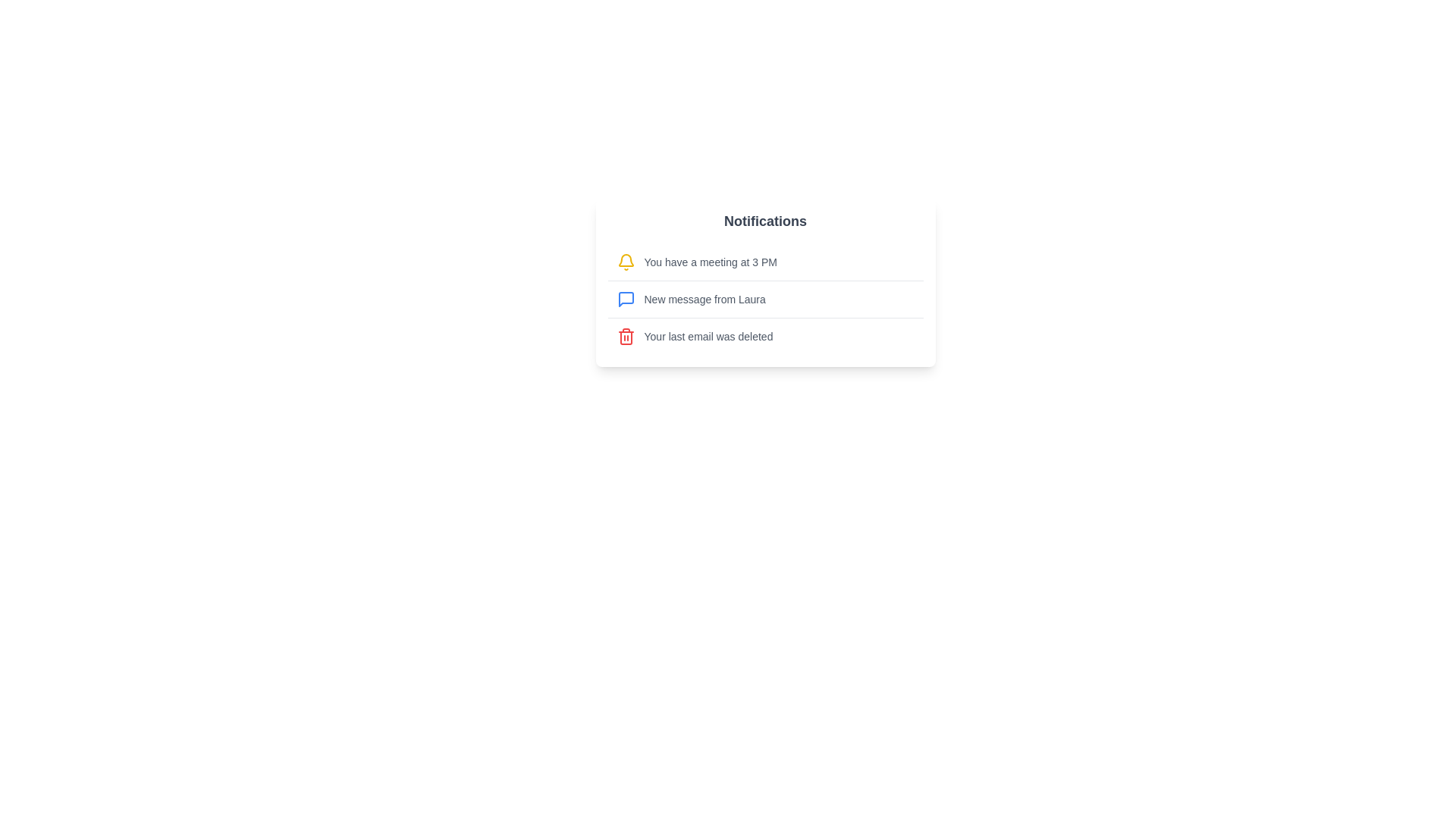 This screenshot has height=819, width=1456. I want to click on the messaging notification icon located to the left of the text 'New message from Laura', so click(626, 299).